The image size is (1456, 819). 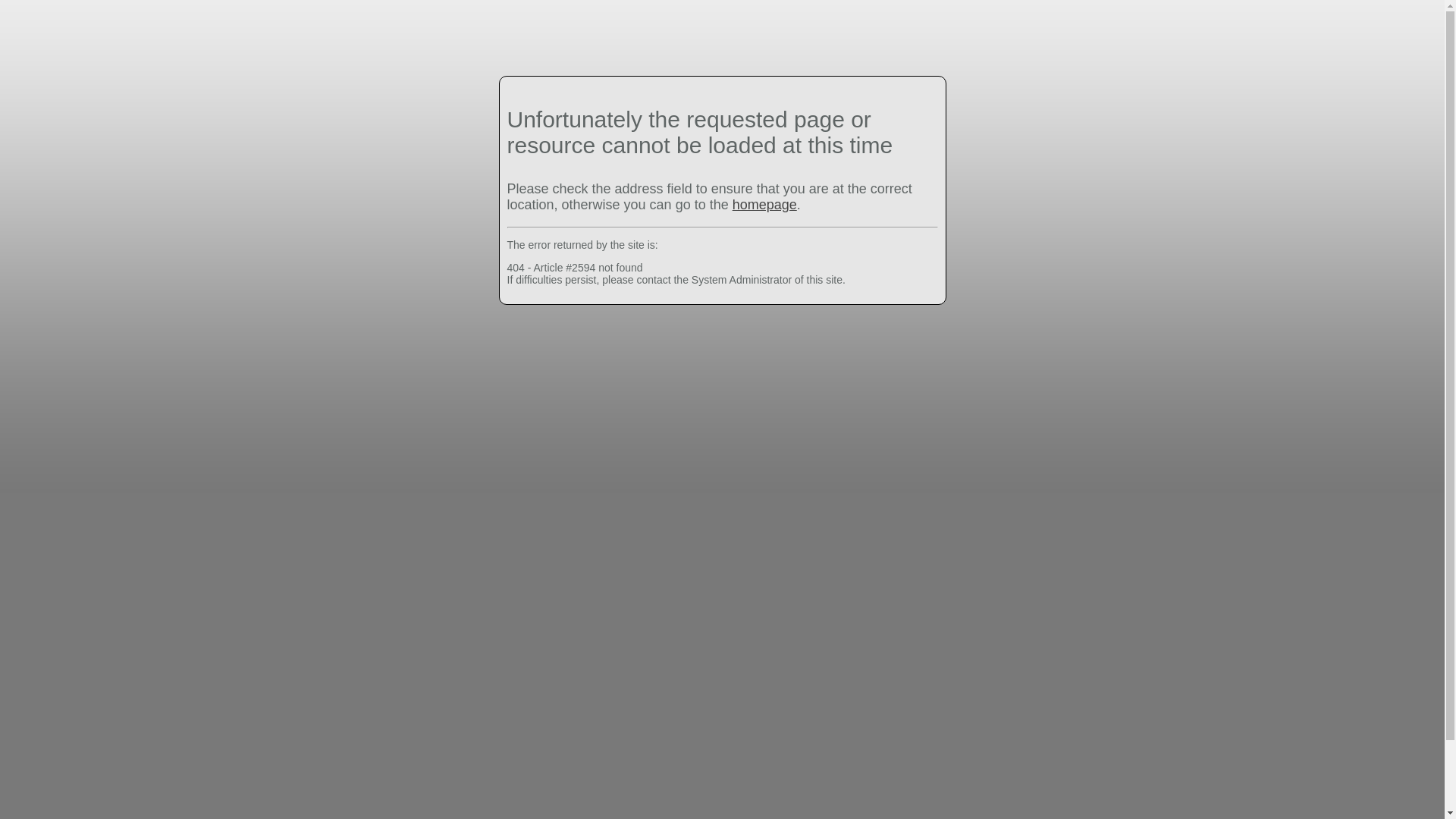 What do you see at coordinates (732, 205) in the screenshot?
I see `'homepage'` at bounding box center [732, 205].